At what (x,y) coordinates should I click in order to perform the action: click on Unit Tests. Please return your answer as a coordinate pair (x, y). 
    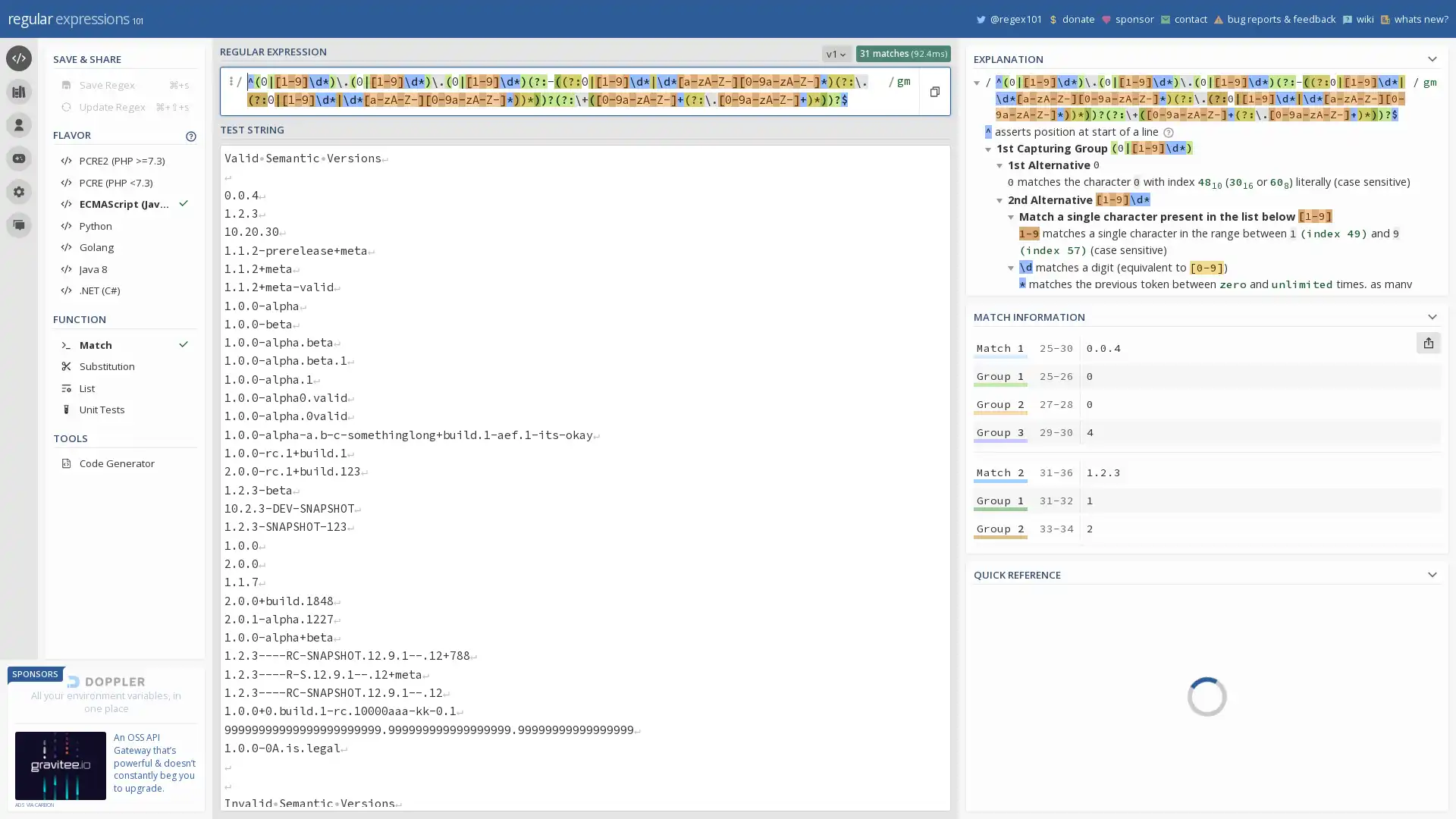
    Looking at the image, I should click on (124, 409).